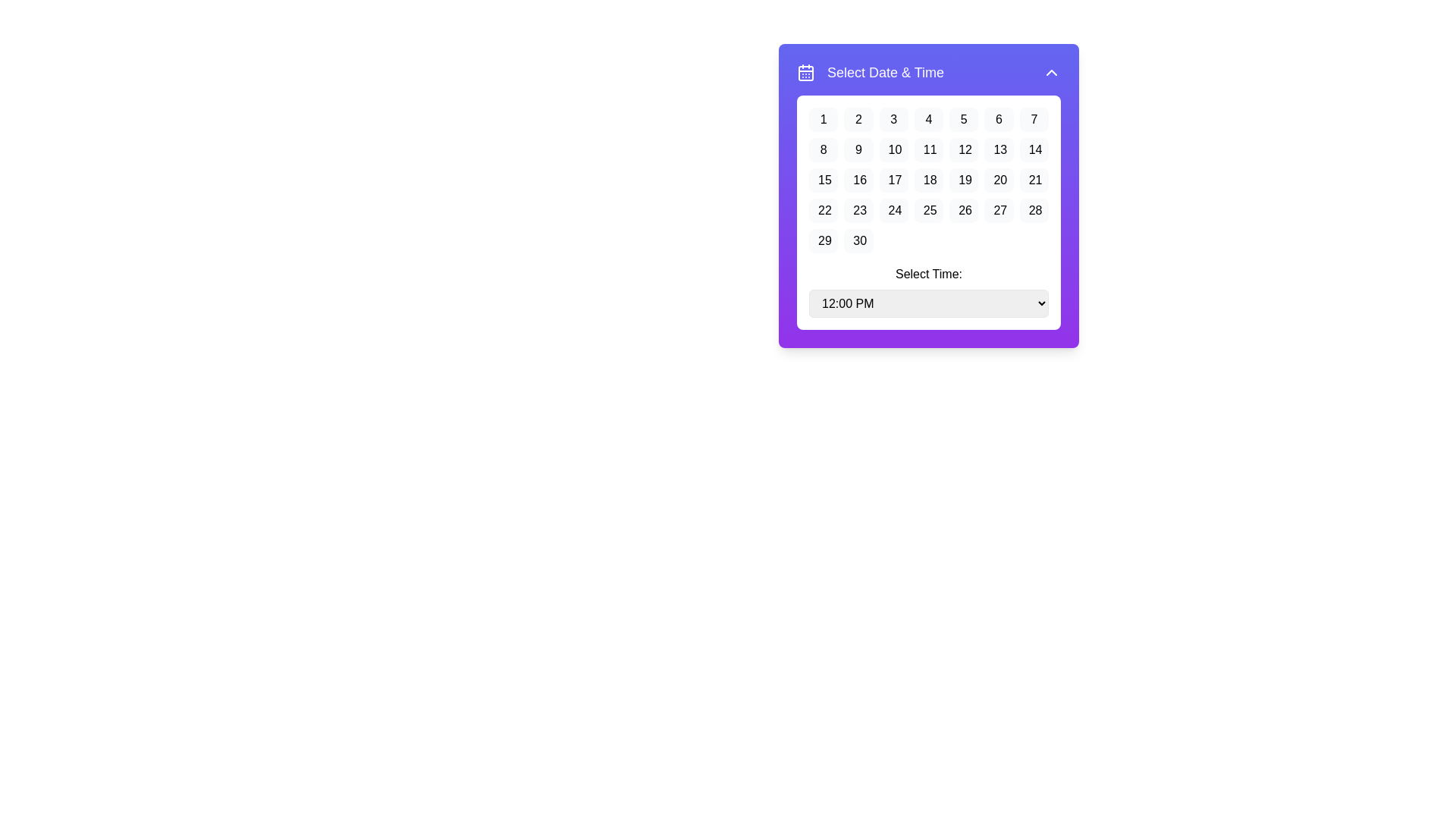  Describe the element at coordinates (823, 240) in the screenshot. I see `the rounded rectangular button displaying the number '29' to change its background color` at that location.